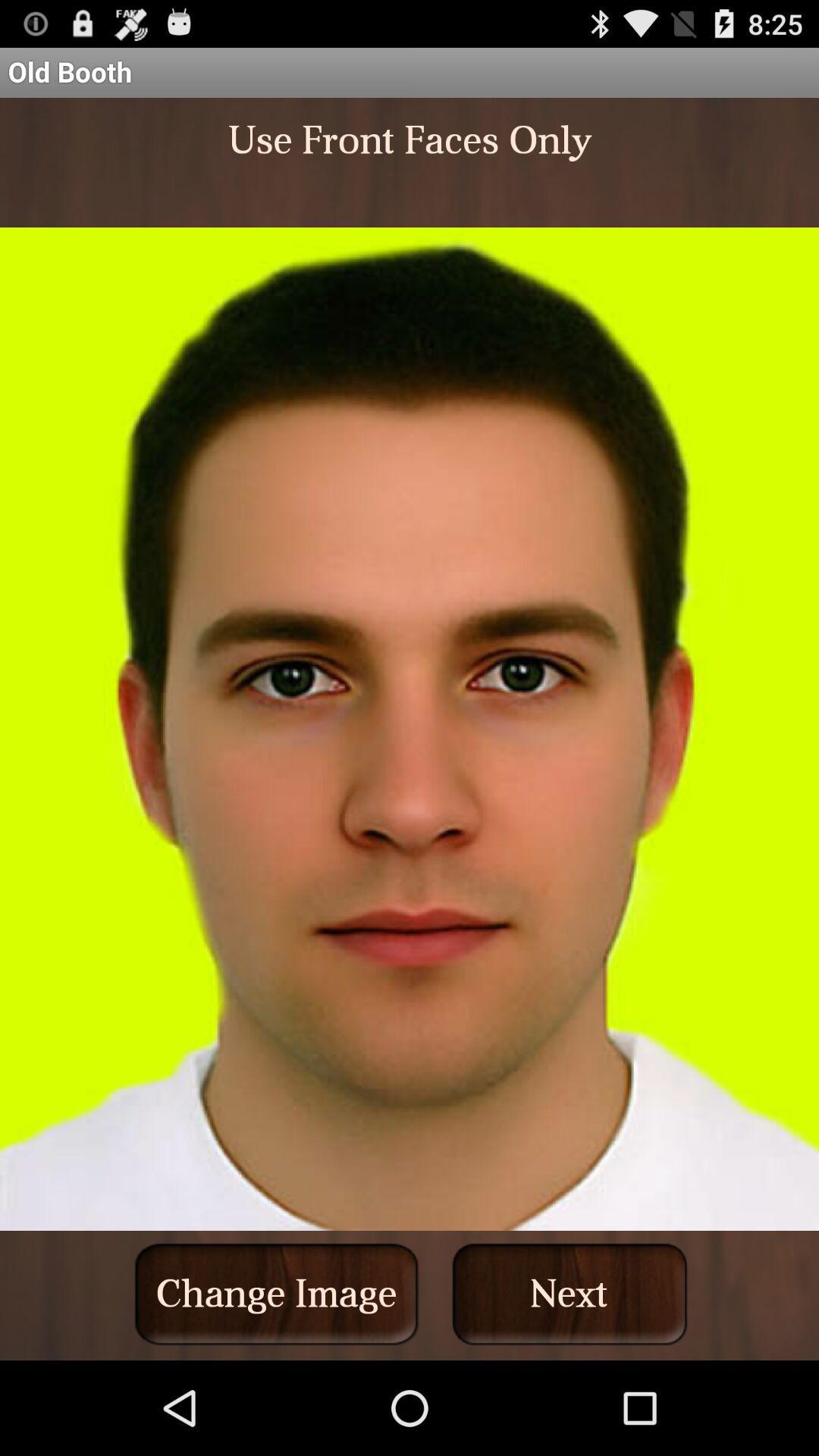  Describe the element at coordinates (570, 1293) in the screenshot. I see `the icon below the use front faces icon` at that location.